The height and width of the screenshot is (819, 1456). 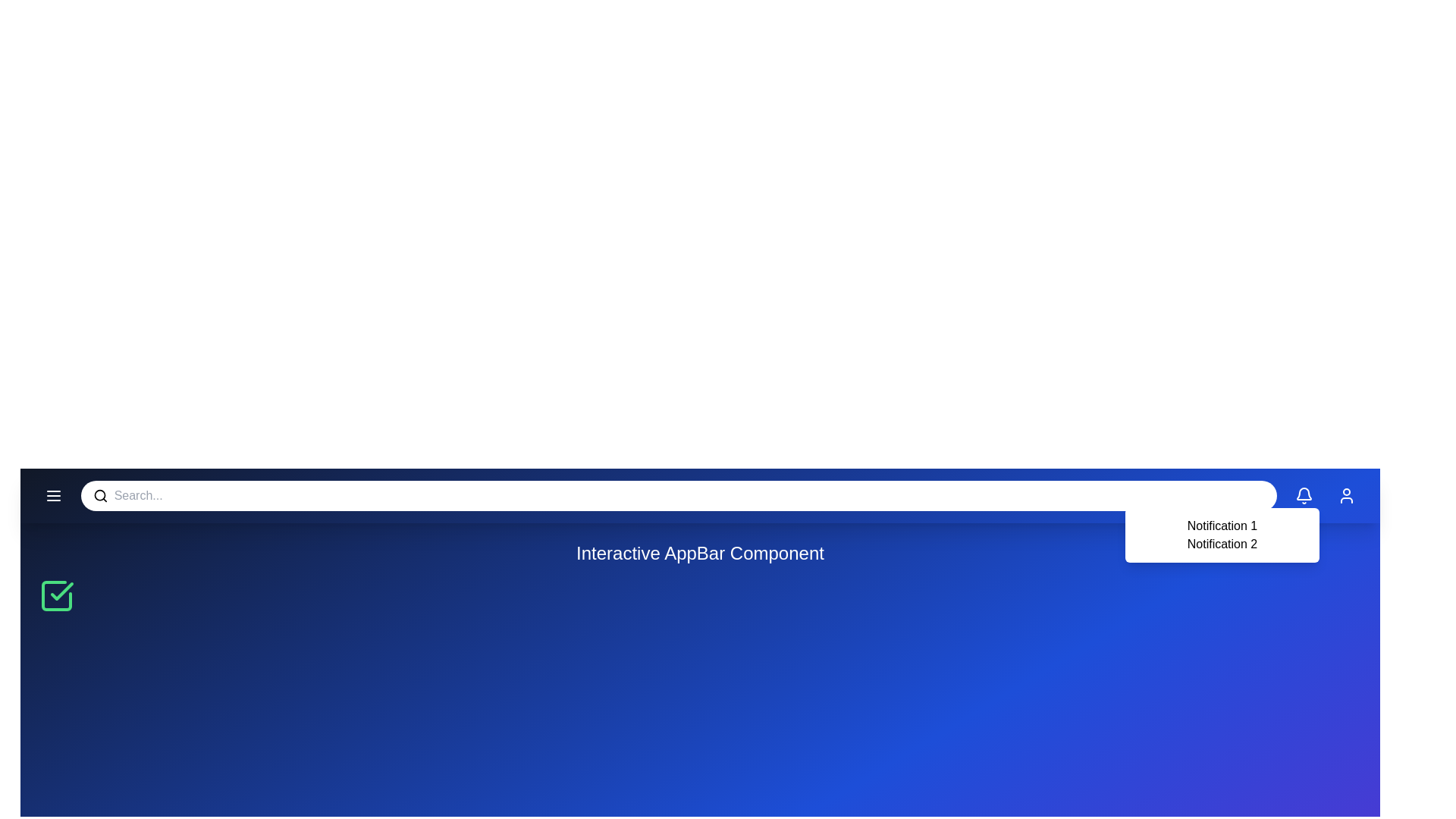 What do you see at coordinates (1303, 496) in the screenshot?
I see `the bell icon to toggle the notifications area` at bounding box center [1303, 496].